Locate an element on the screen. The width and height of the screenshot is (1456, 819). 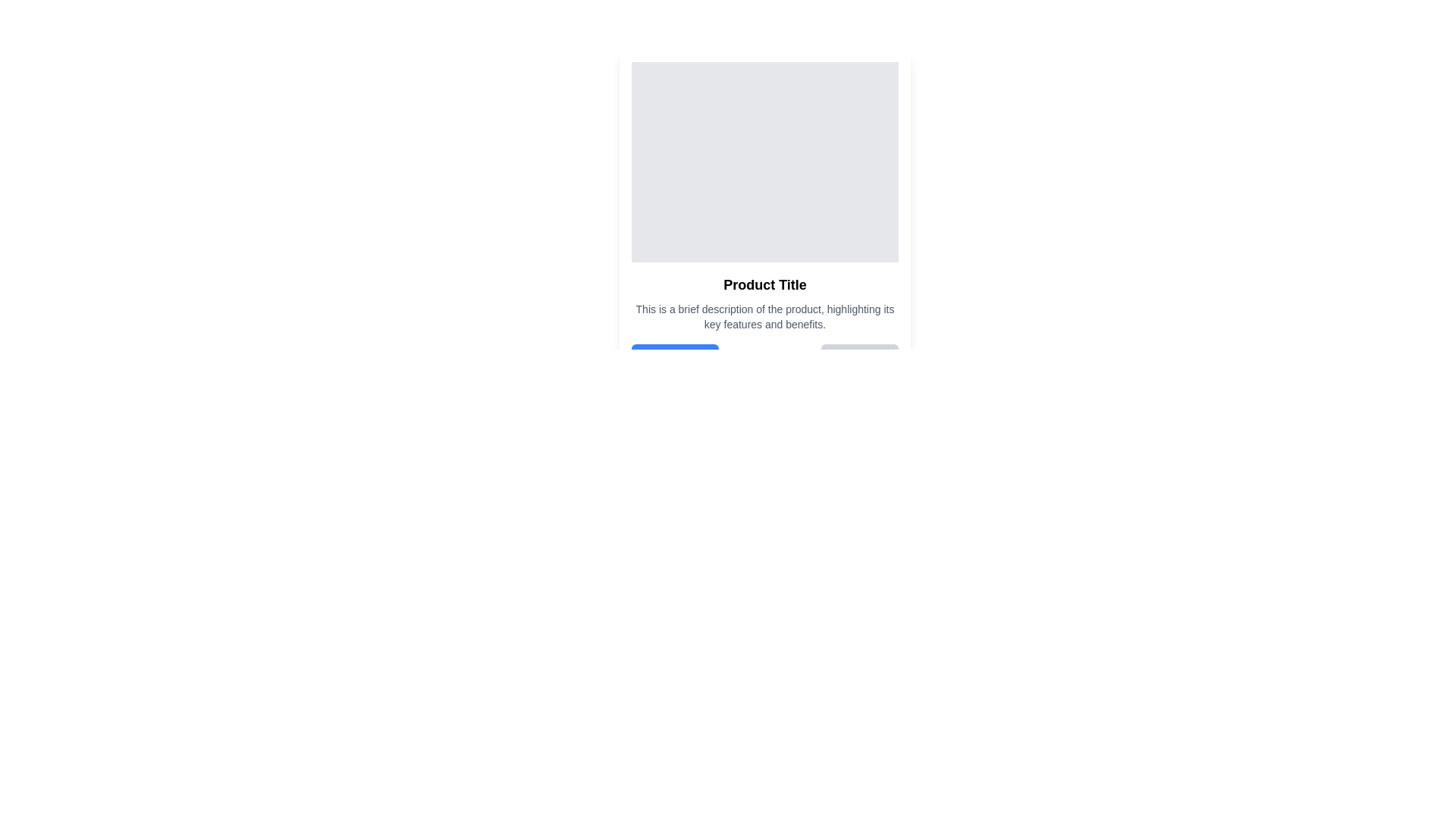
text from the 'Product Title' label, which is a bold, larger font text element positioned below a placeholder image is located at coordinates (764, 284).